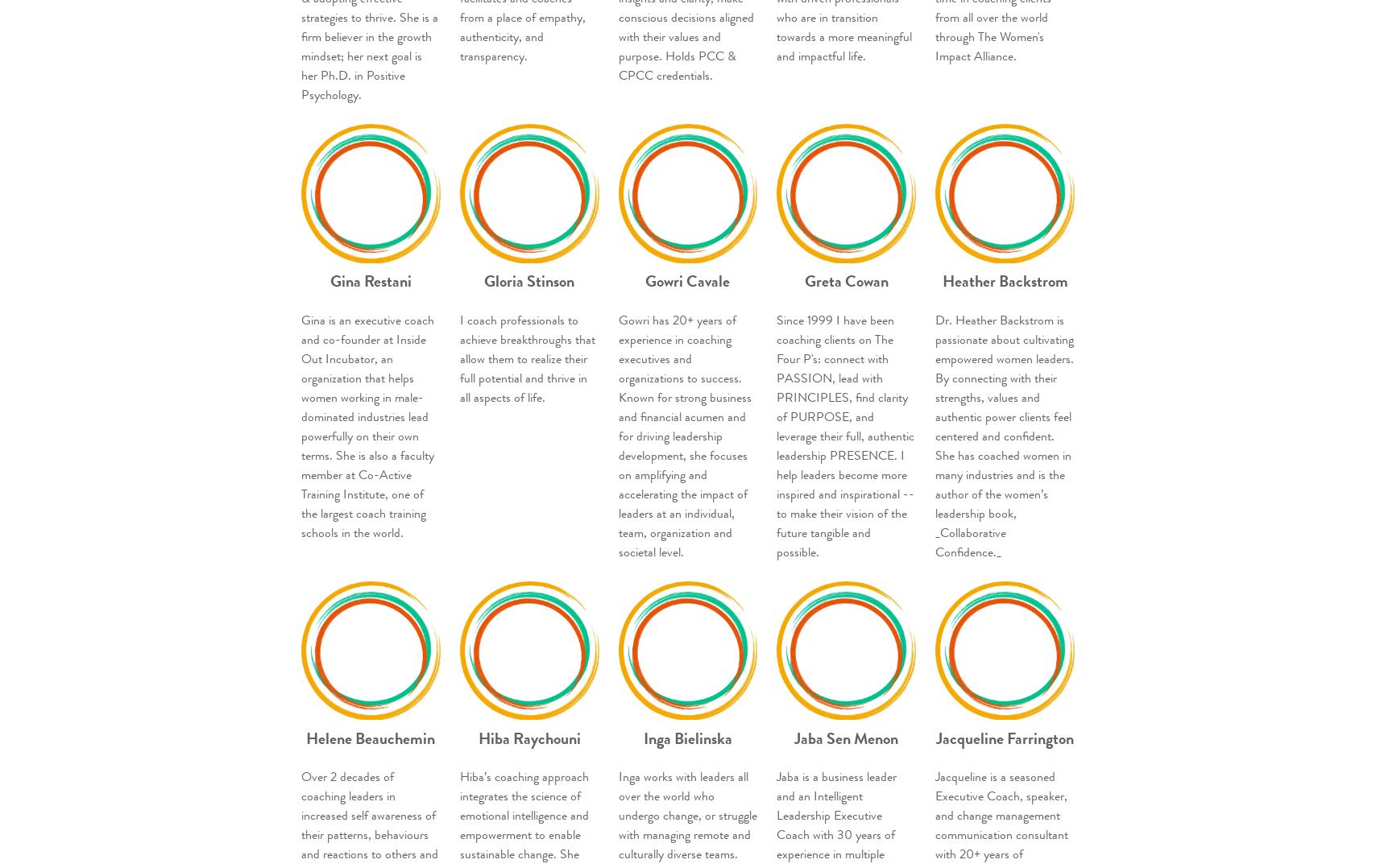 Image resolution: width=1376 pixels, height=868 pixels. Describe the element at coordinates (1005, 738) in the screenshot. I see `'Jacqueline Farrington'` at that location.